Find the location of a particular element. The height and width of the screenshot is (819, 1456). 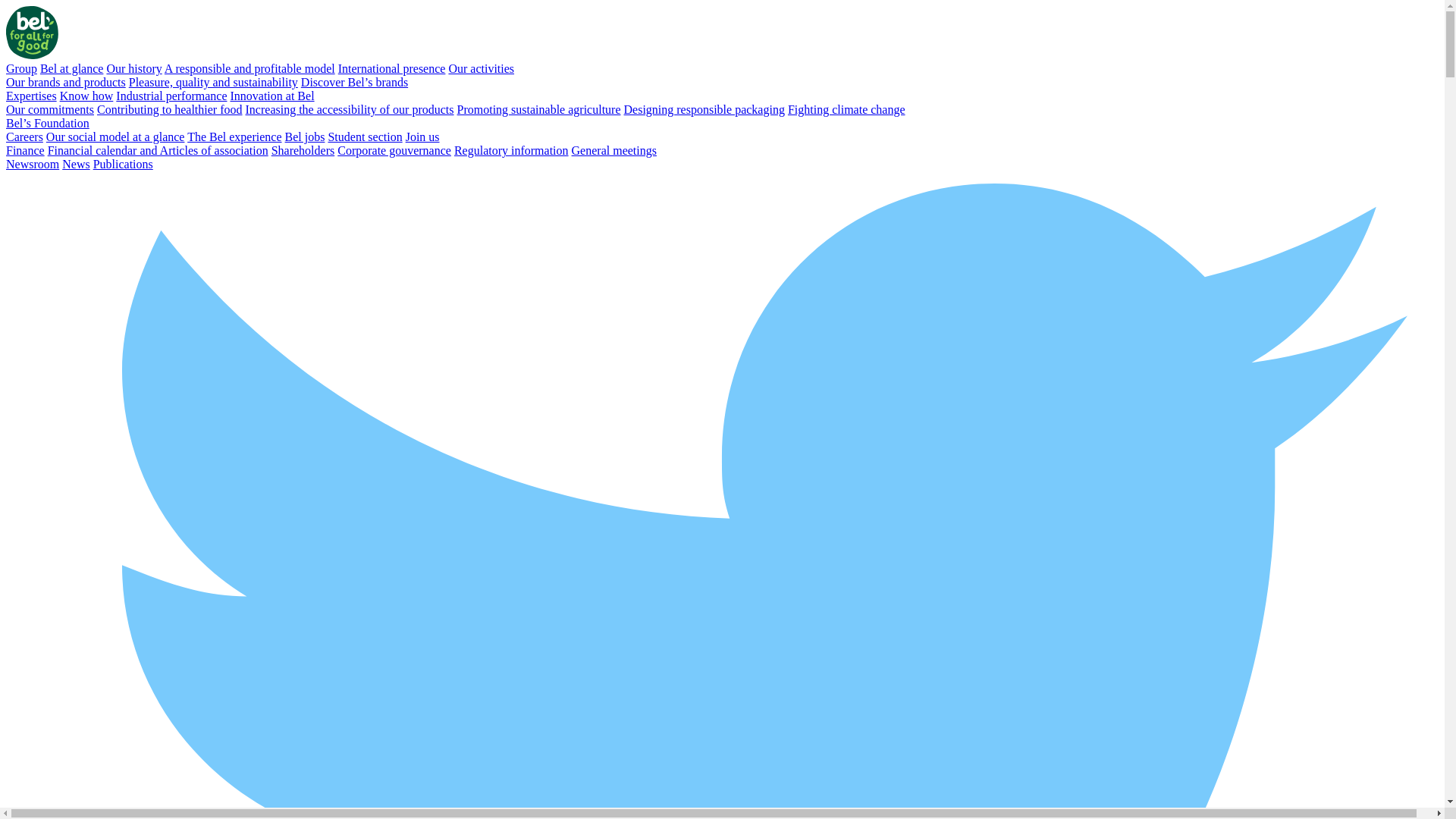

'Contributing to healthier food' is located at coordinates (96, 108).